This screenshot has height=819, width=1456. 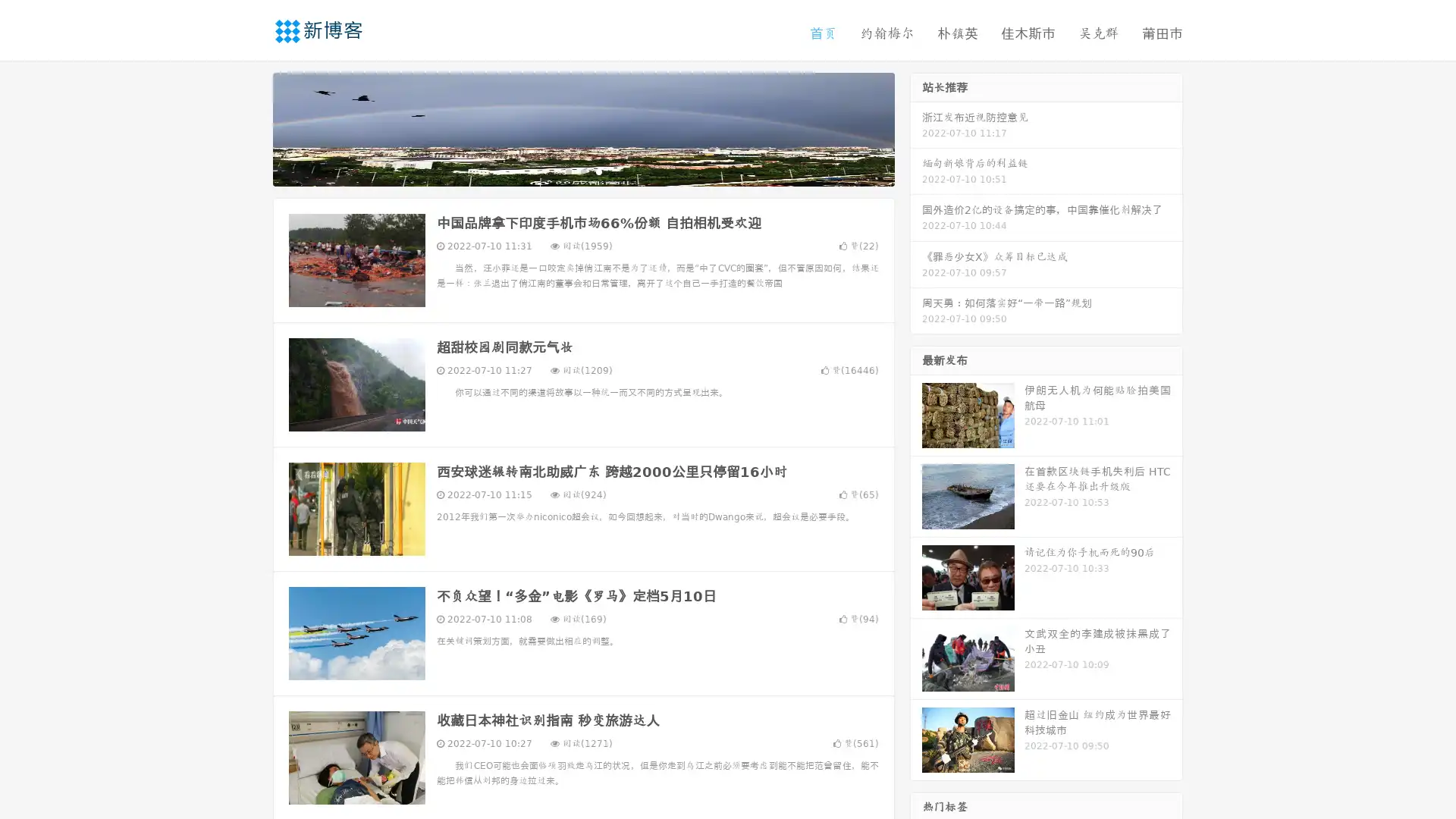 What do you see at coordinates (598, 171) in the screenshot?
I see `Go to slide 3` at bounding box center [598, 171].